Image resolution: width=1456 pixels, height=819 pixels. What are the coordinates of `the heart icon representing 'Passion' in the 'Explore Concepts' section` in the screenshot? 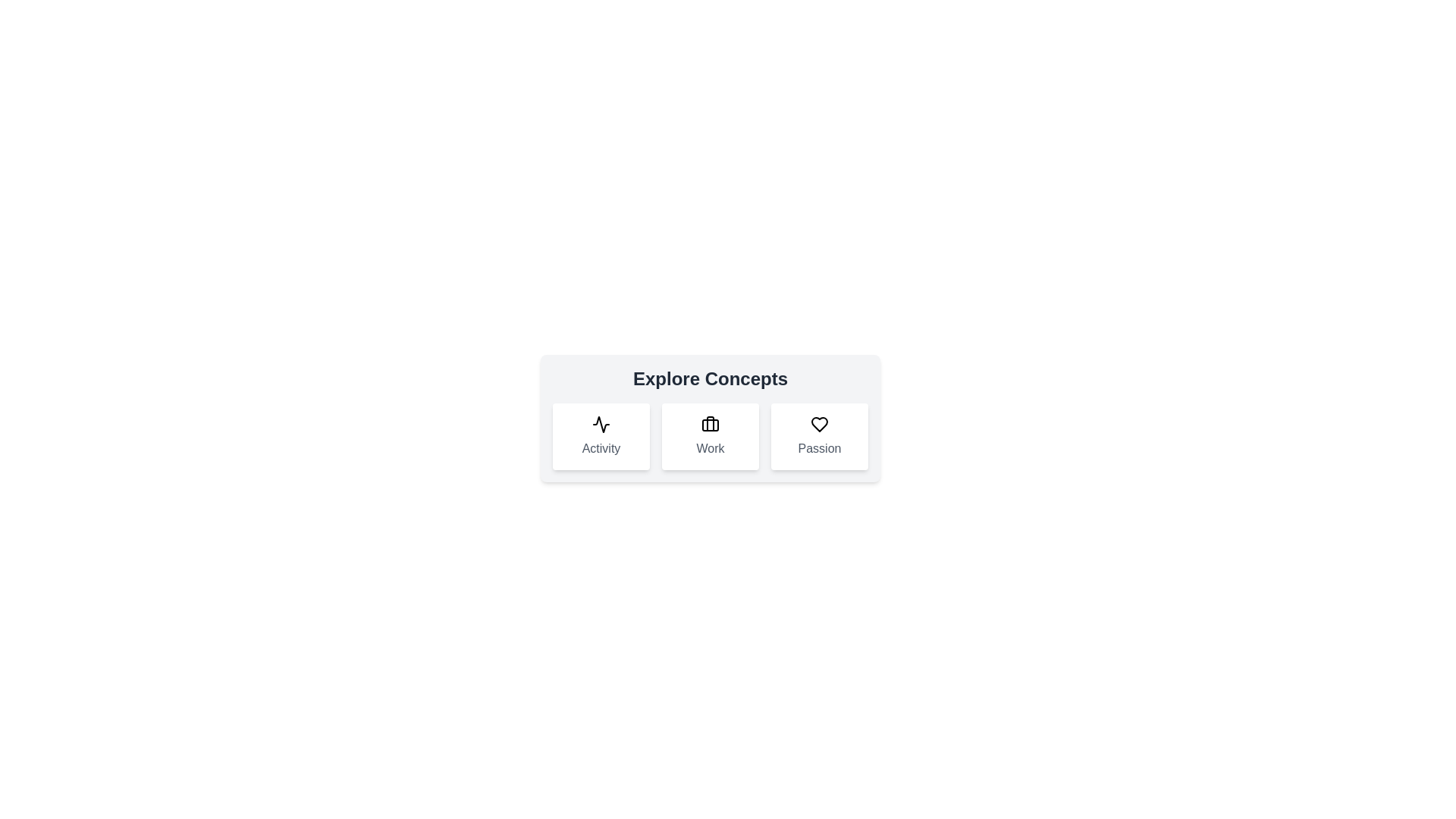 It's located at (818, 424).